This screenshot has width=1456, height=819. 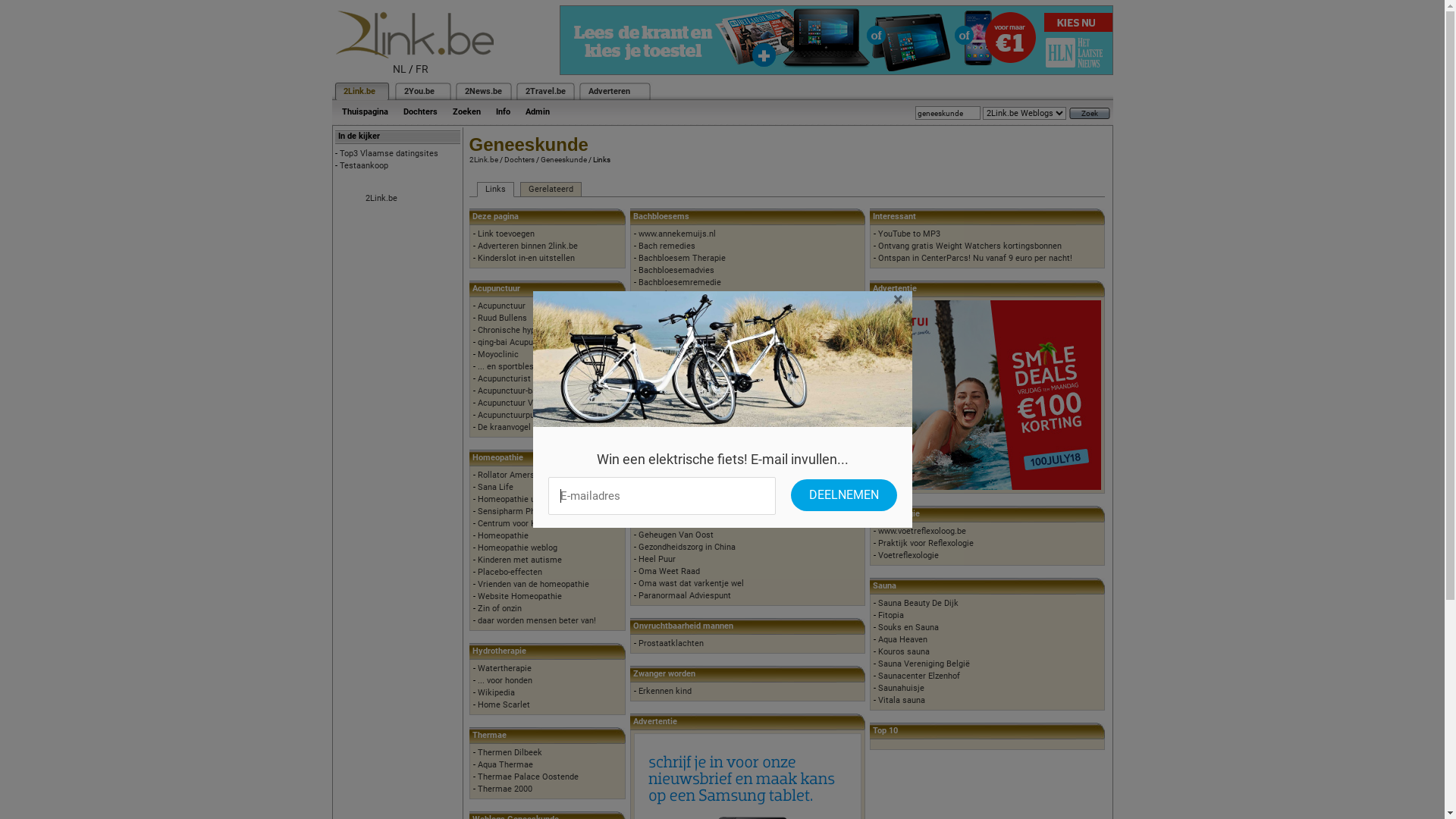 I want to click on 'Geneeskunde', so click(x=562, y=159).